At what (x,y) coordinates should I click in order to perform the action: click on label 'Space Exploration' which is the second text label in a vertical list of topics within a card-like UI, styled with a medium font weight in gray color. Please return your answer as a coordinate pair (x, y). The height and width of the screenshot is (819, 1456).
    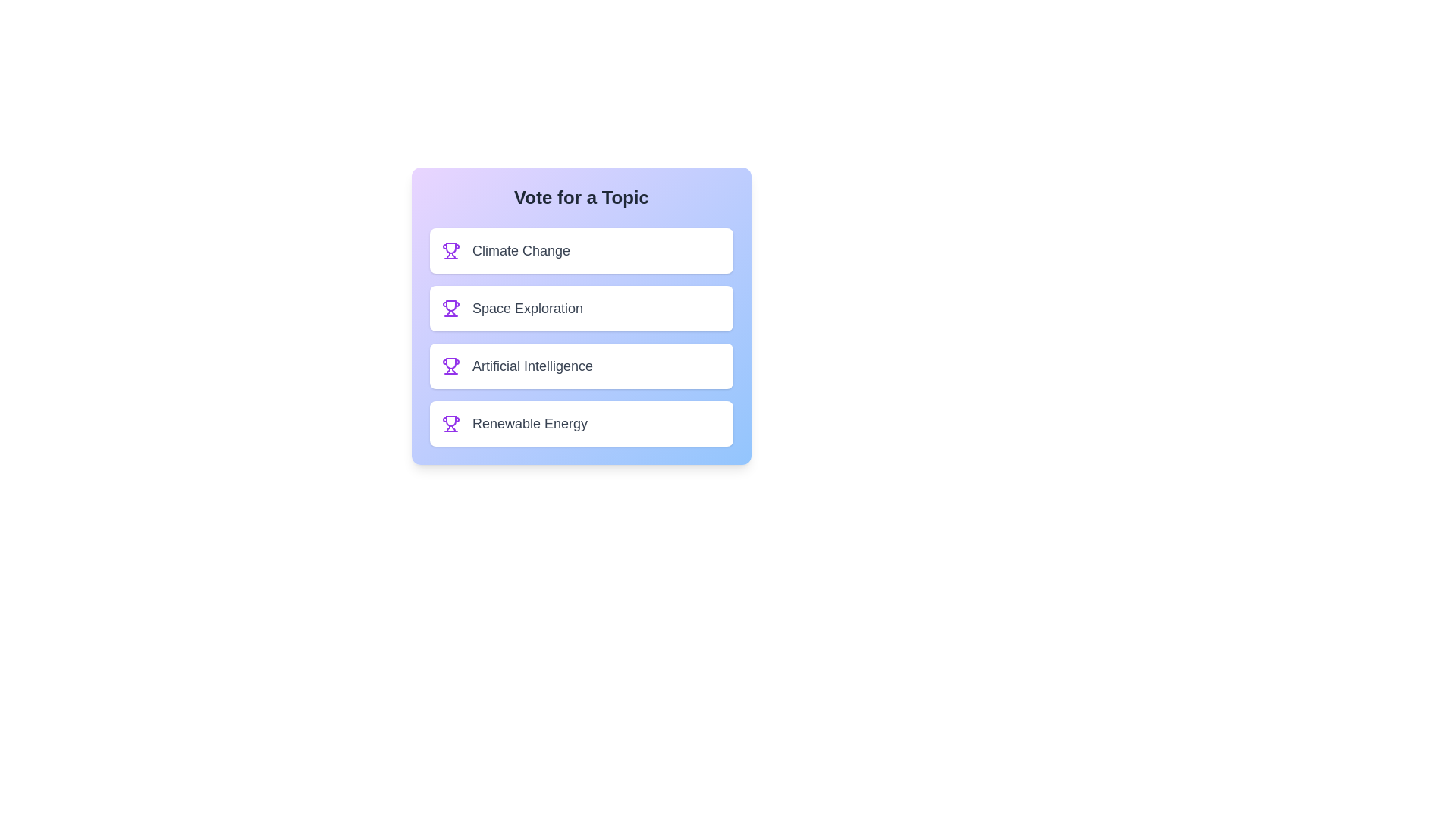
    Looking at the image, I should click on (528, 308).